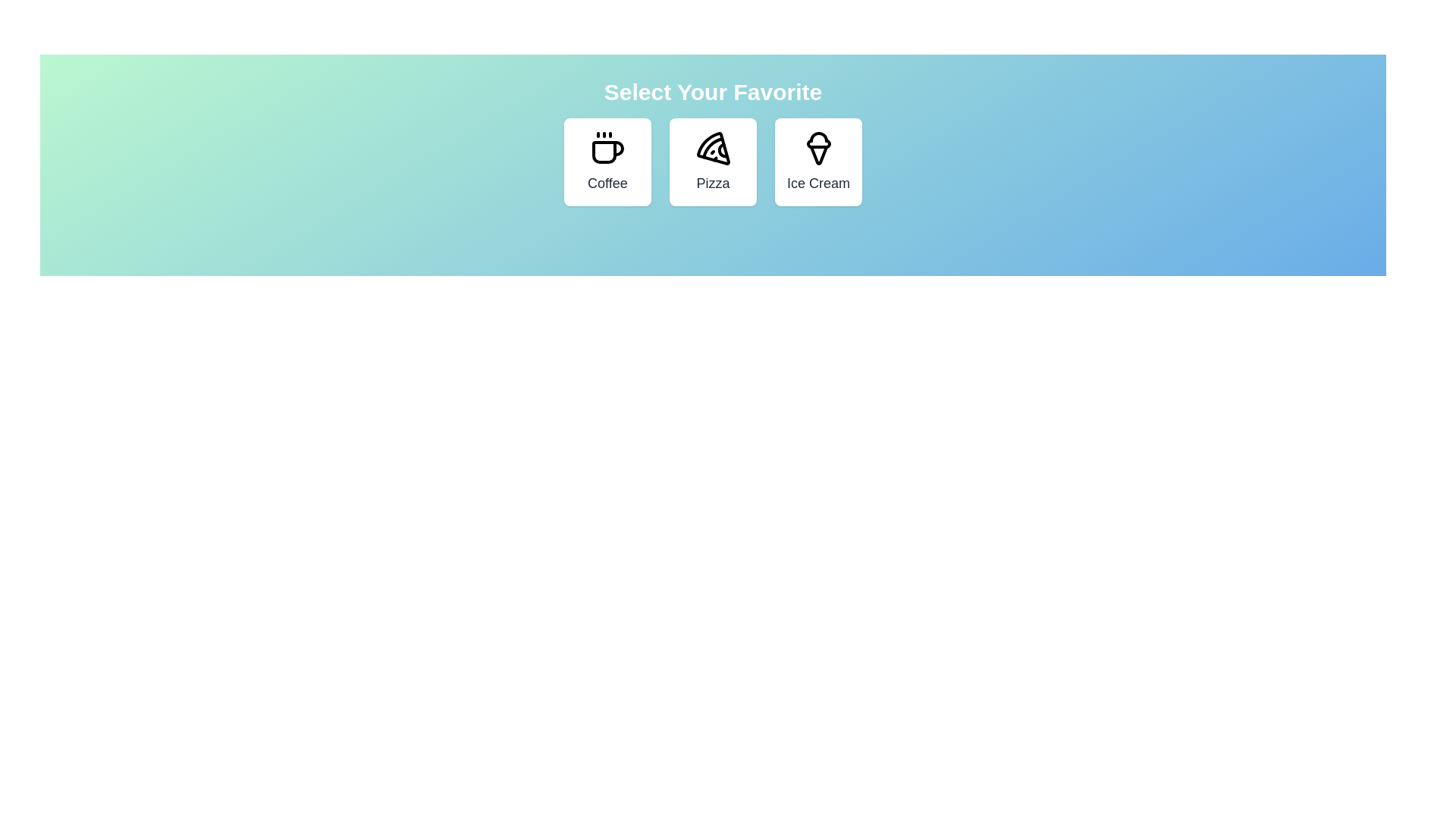 The height and width of the screenshot is (819, 1456). I want to click on the text label reading 'Coffee' which is displayed in a medium-sized font, dark gray color on a white background, centered below a coffee cup icon in the first card under the heading 'Select Your Favorite', so click(607, 183).